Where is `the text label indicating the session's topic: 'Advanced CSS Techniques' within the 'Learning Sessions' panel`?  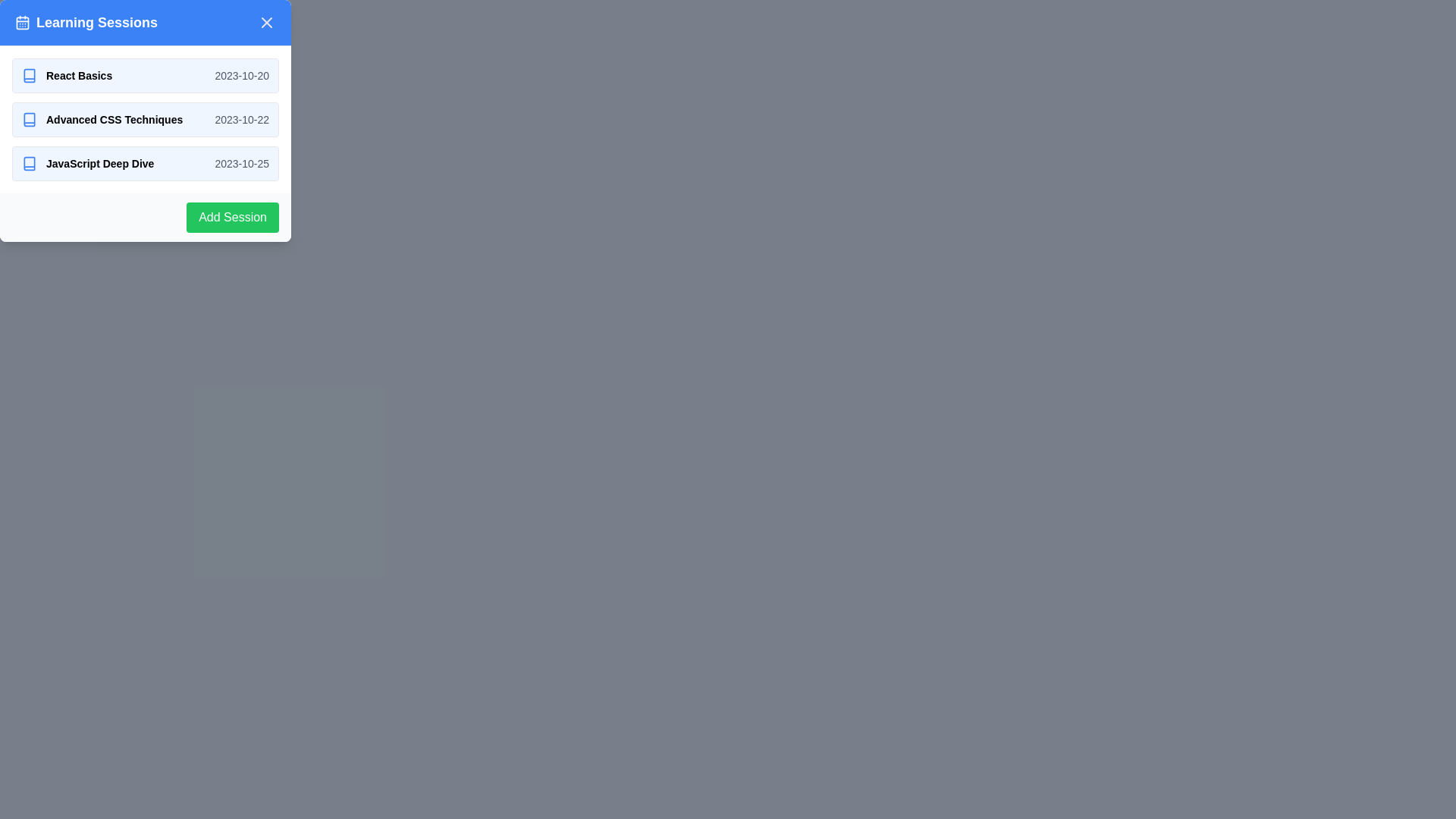
the text label indicating the session's topic: 'Advanced CSS Techniques' within the 'Learning Sessions' panel is located at coordinates (114, 119).